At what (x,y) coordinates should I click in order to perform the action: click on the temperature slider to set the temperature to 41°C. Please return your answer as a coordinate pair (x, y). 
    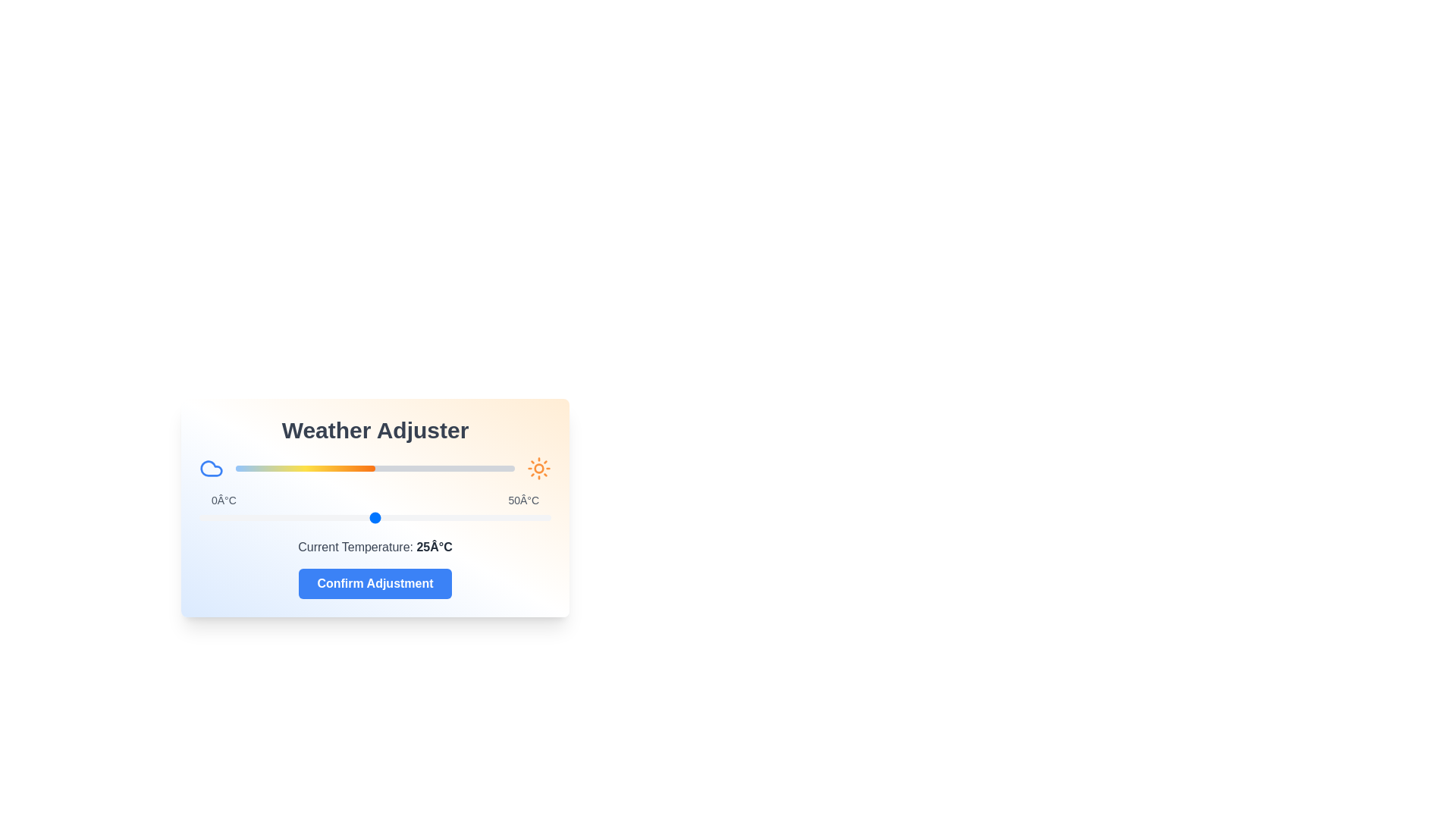
    Looking at the image, I should click on (488, 516).